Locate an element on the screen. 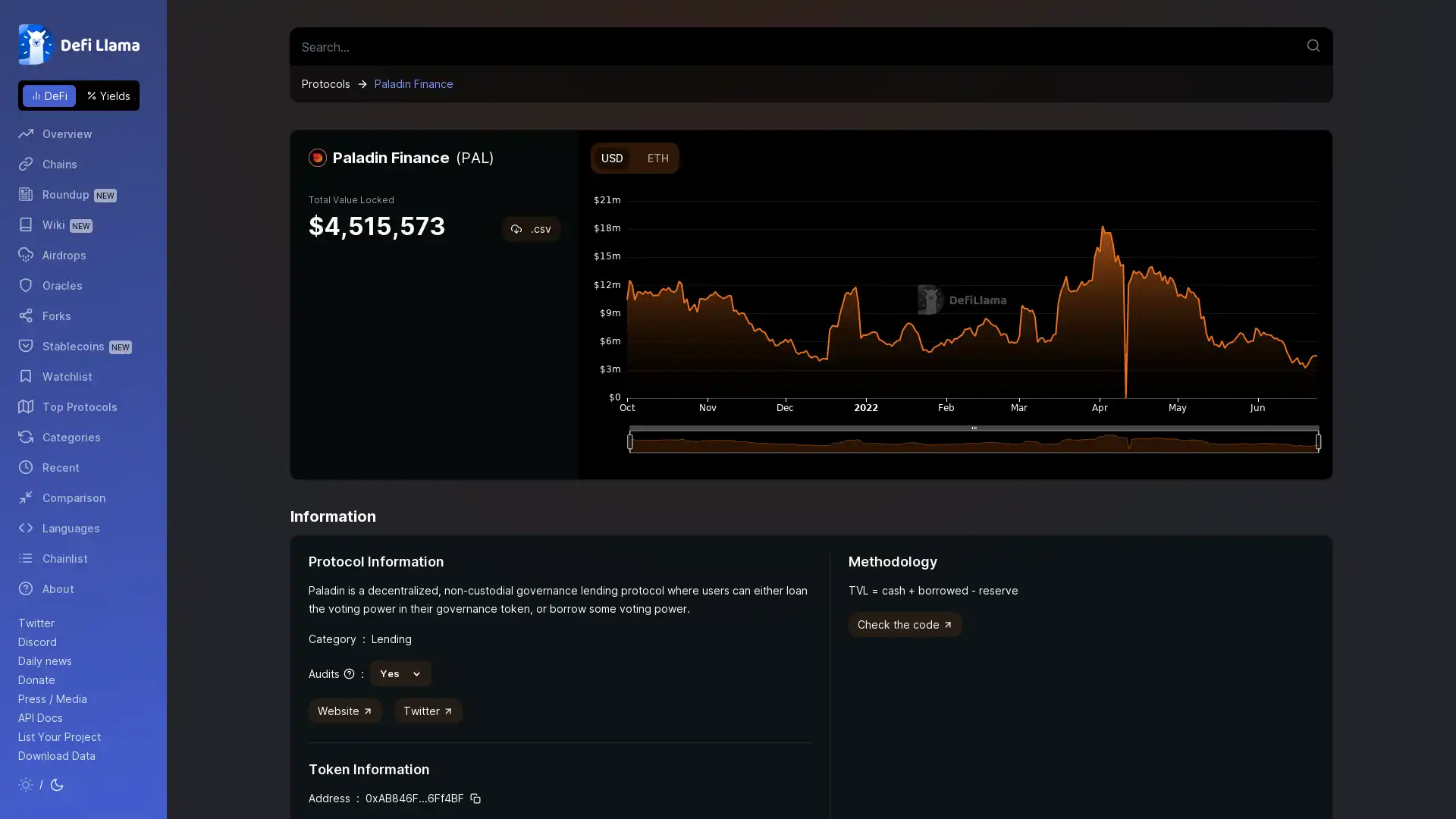 This screenshot has width=1456, height=819. Audits are not a guarantee of security. is located at coordinates (330, 672).